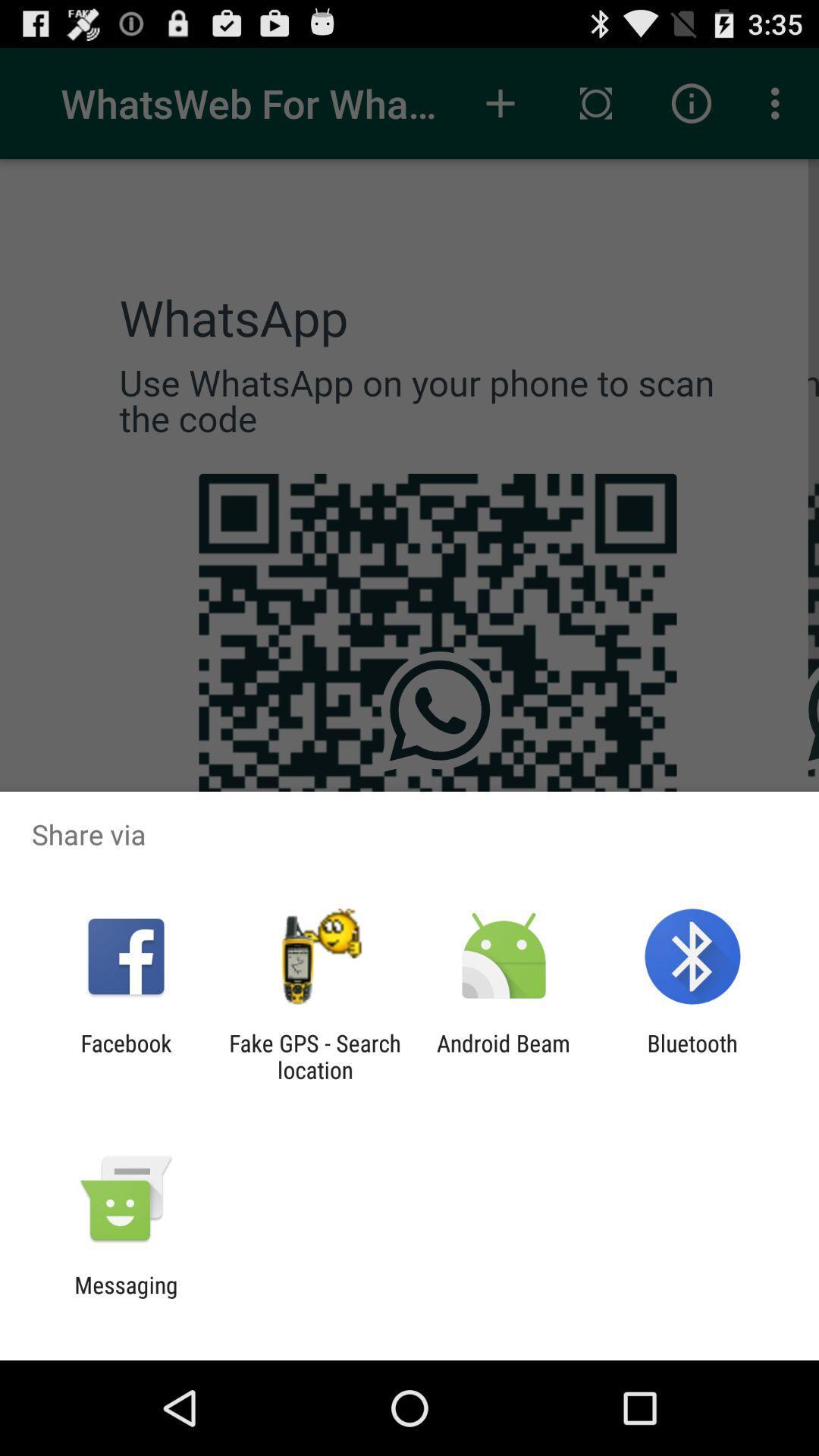 The image size is (819, 1456). Describe the element at coordinates (504, 1056) in the screenshot. I see `app to the left of the bluetooth icon` at that location.